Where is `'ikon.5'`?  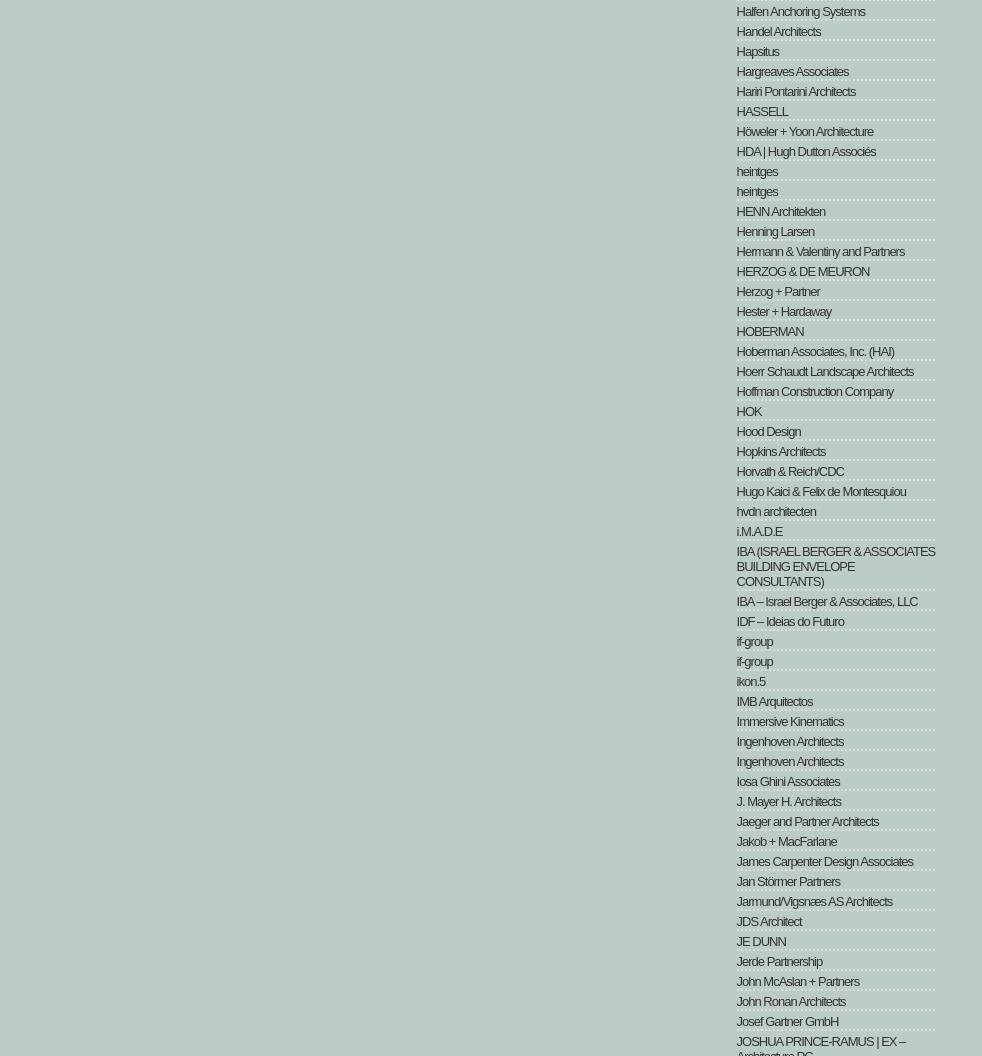
'ikon.5' is located at coordinates (750, 681).